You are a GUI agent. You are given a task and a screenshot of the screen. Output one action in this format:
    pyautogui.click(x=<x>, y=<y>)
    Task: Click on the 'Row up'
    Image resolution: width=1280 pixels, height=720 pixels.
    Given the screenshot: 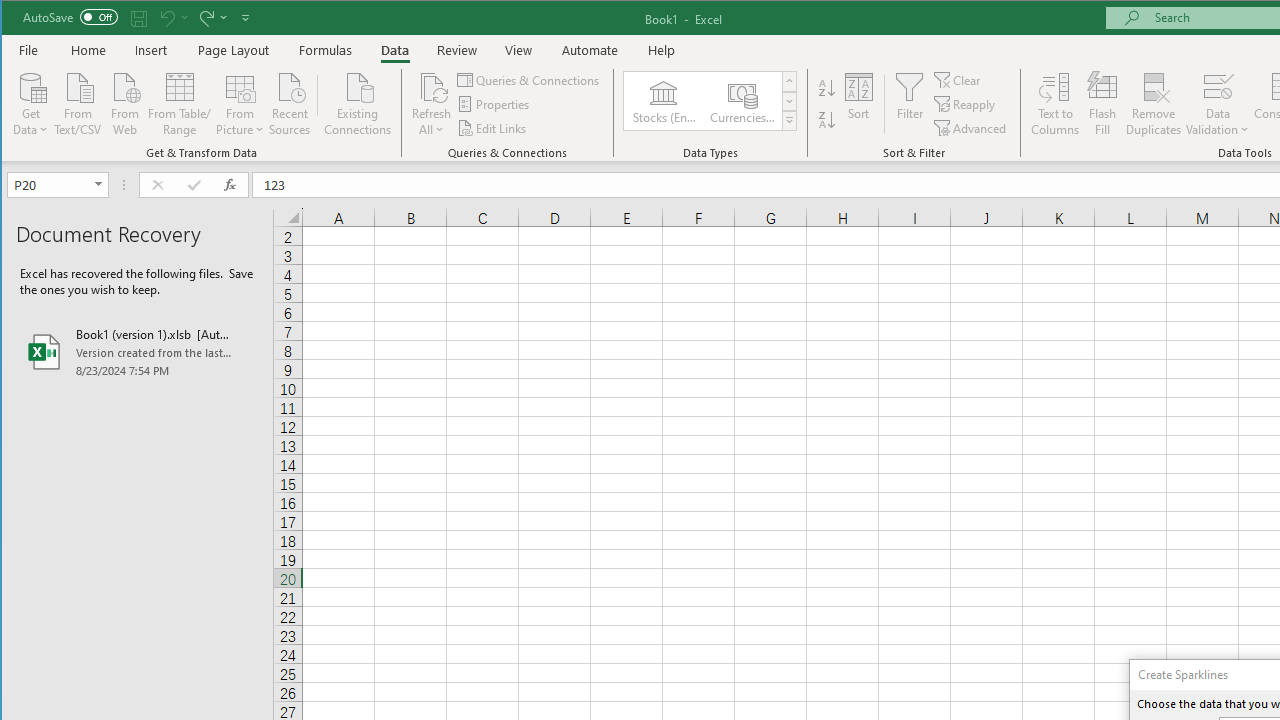 What is the action you would take?
    pyautogui.click(x=788, y=80)
    